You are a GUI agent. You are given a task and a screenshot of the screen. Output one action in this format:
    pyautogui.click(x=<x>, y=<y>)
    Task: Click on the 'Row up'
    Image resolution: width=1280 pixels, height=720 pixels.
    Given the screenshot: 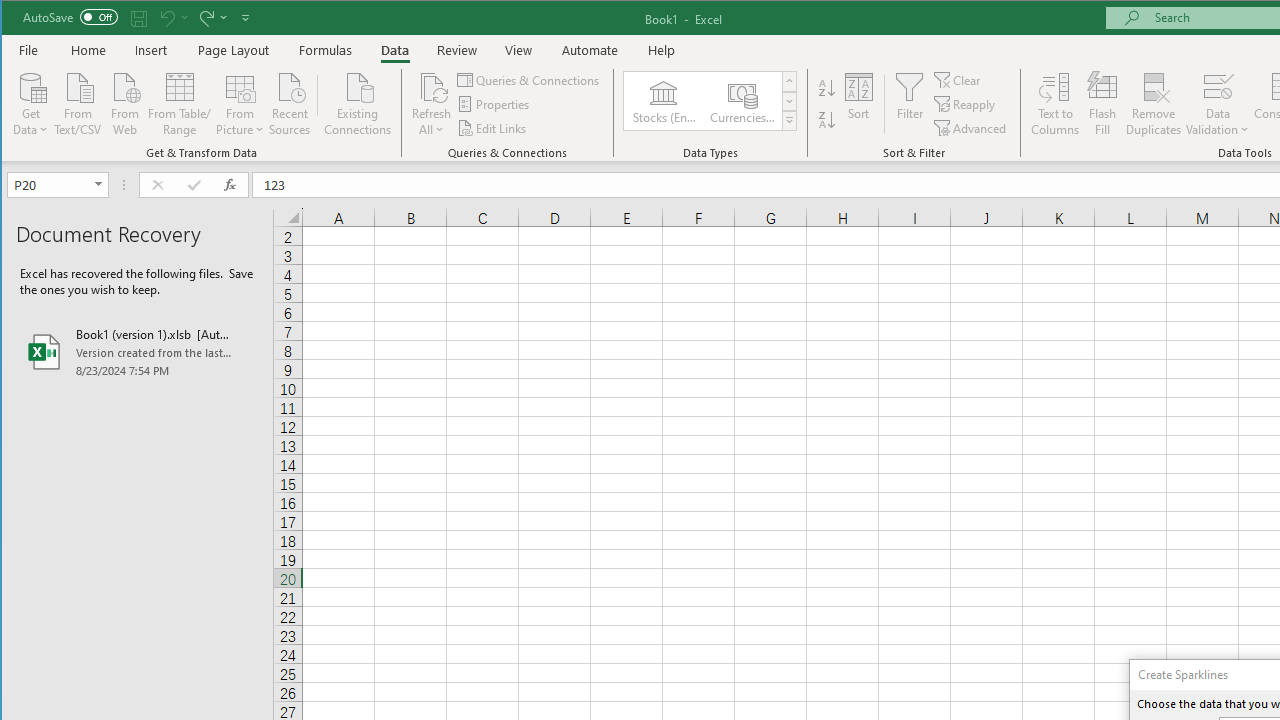 What is the action you would take?
    pyautogui.click(x=788, y=80)
    